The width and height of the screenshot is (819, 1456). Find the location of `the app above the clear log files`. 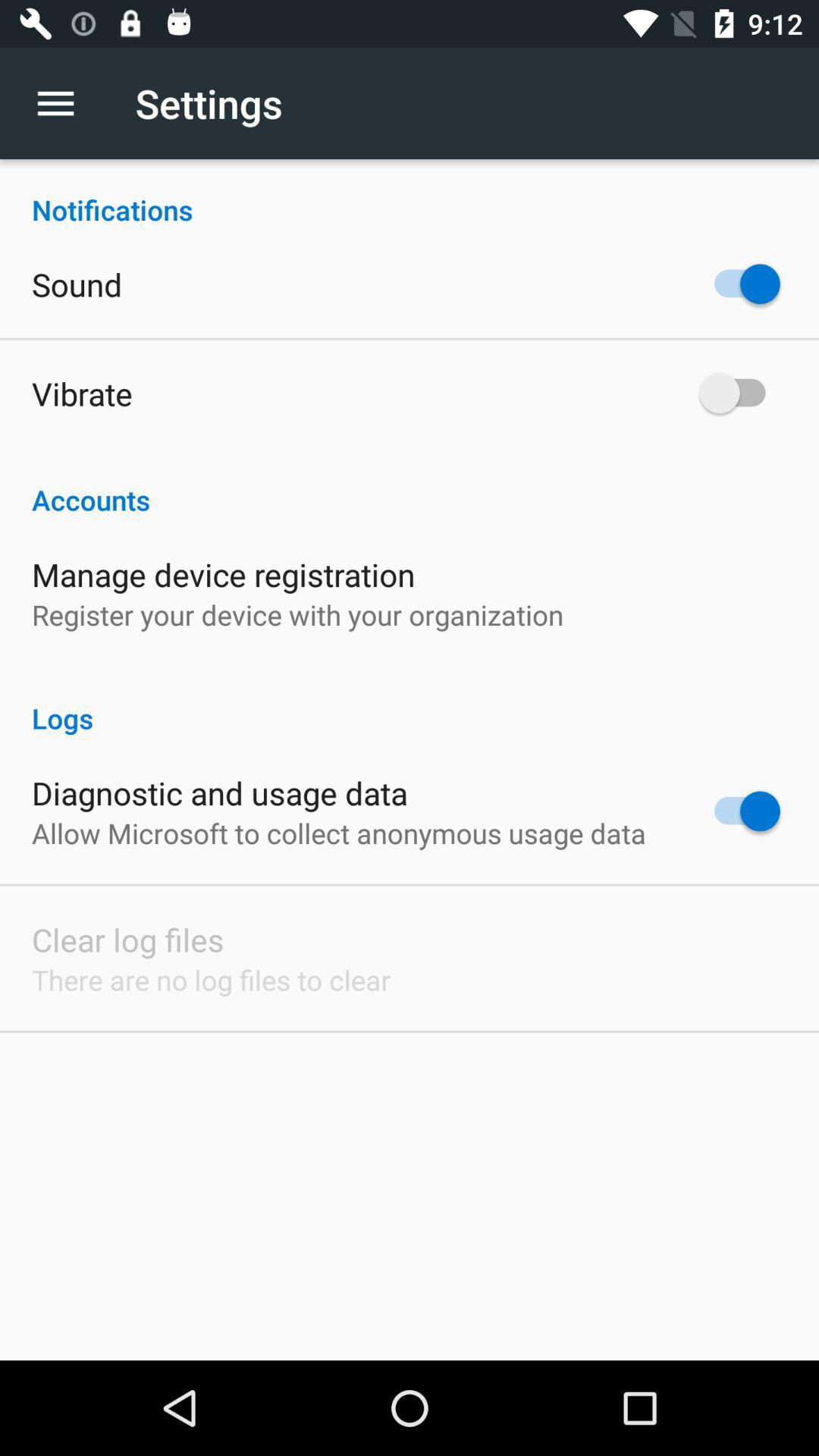

the app above the clear log files is located at coordinates (338, 832).